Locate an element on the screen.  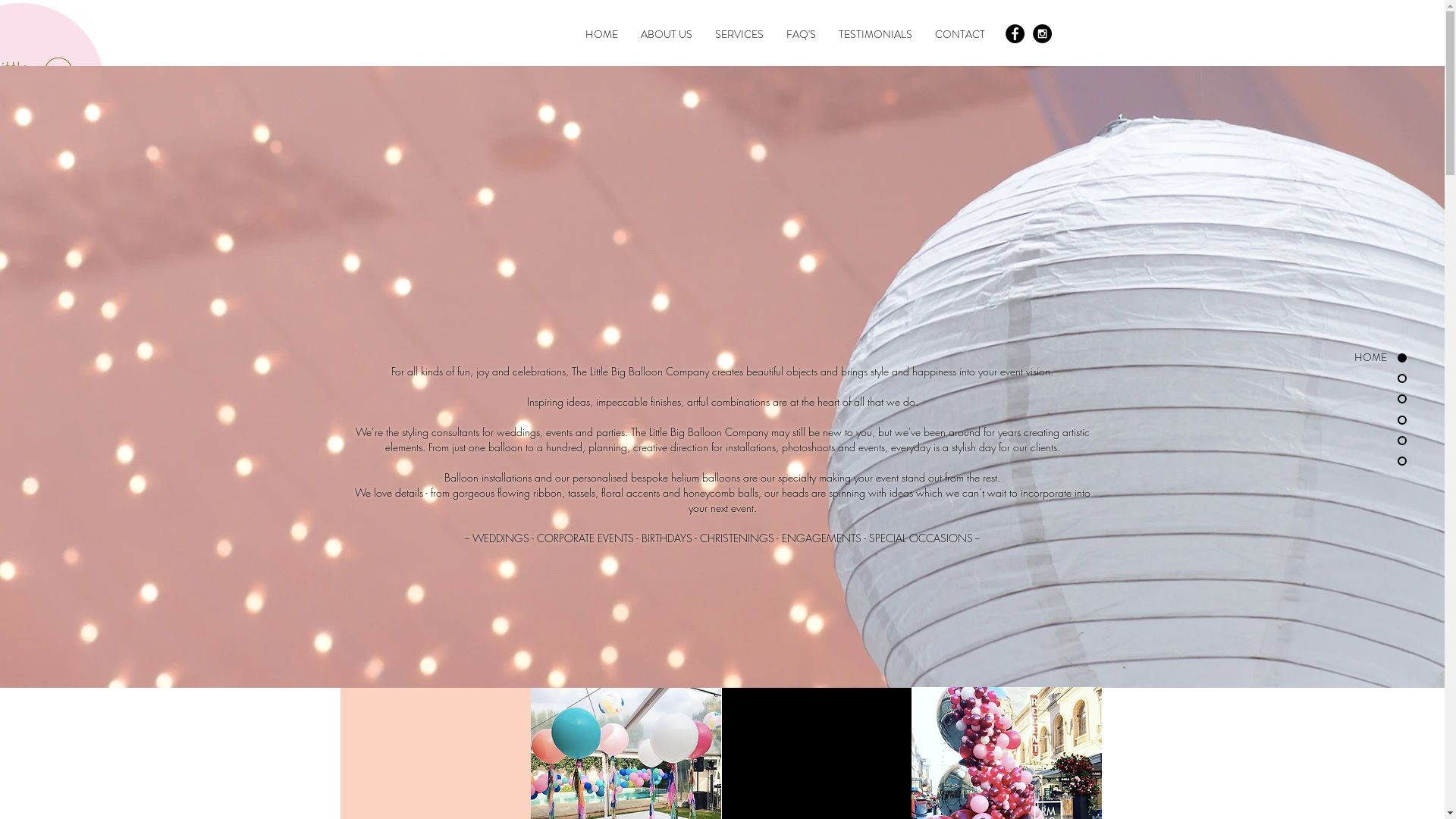
'FAQ'S' is located at coordinates (800, 34).